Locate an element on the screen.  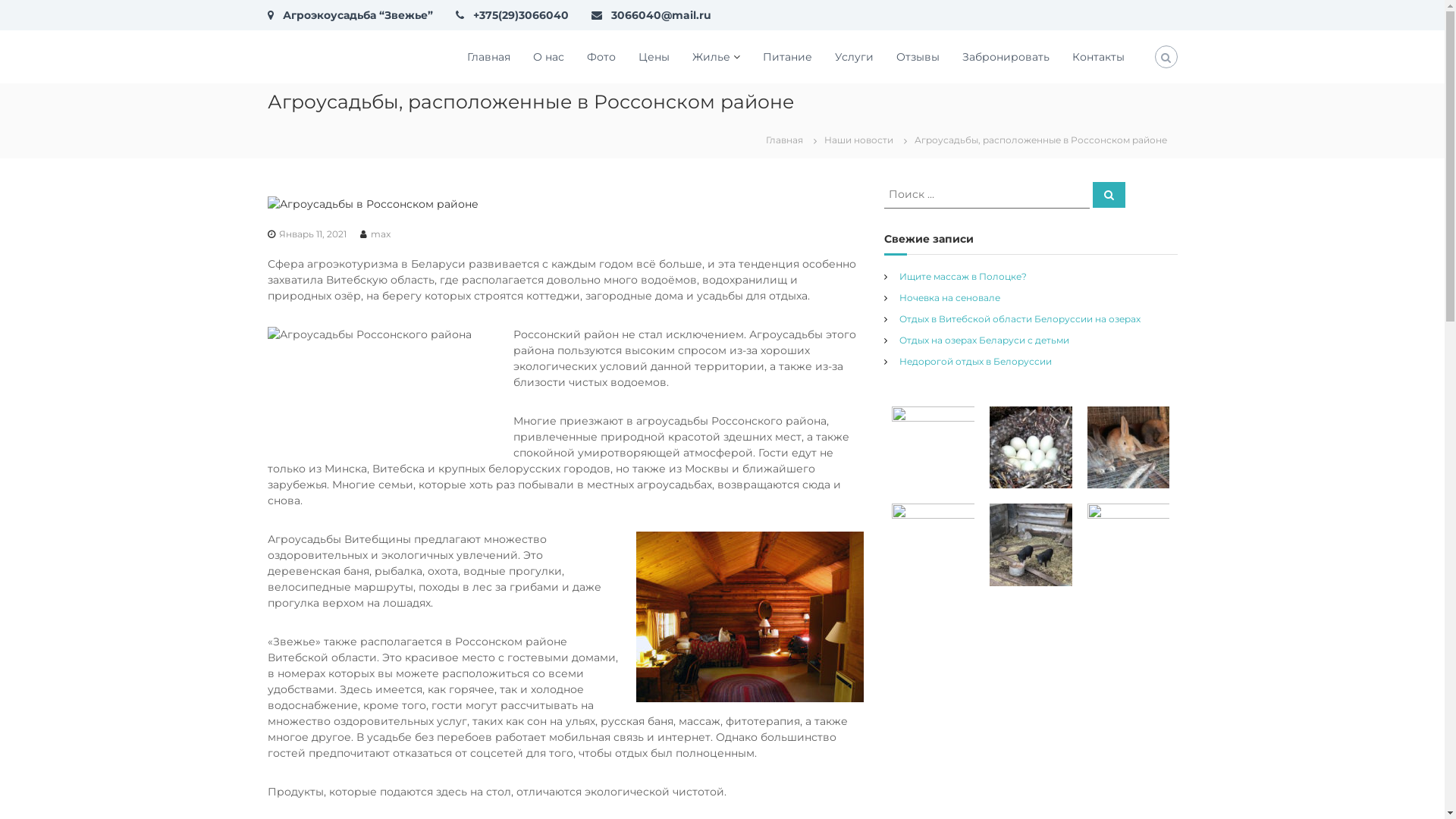
'max' is located at coordinates (379, 234).